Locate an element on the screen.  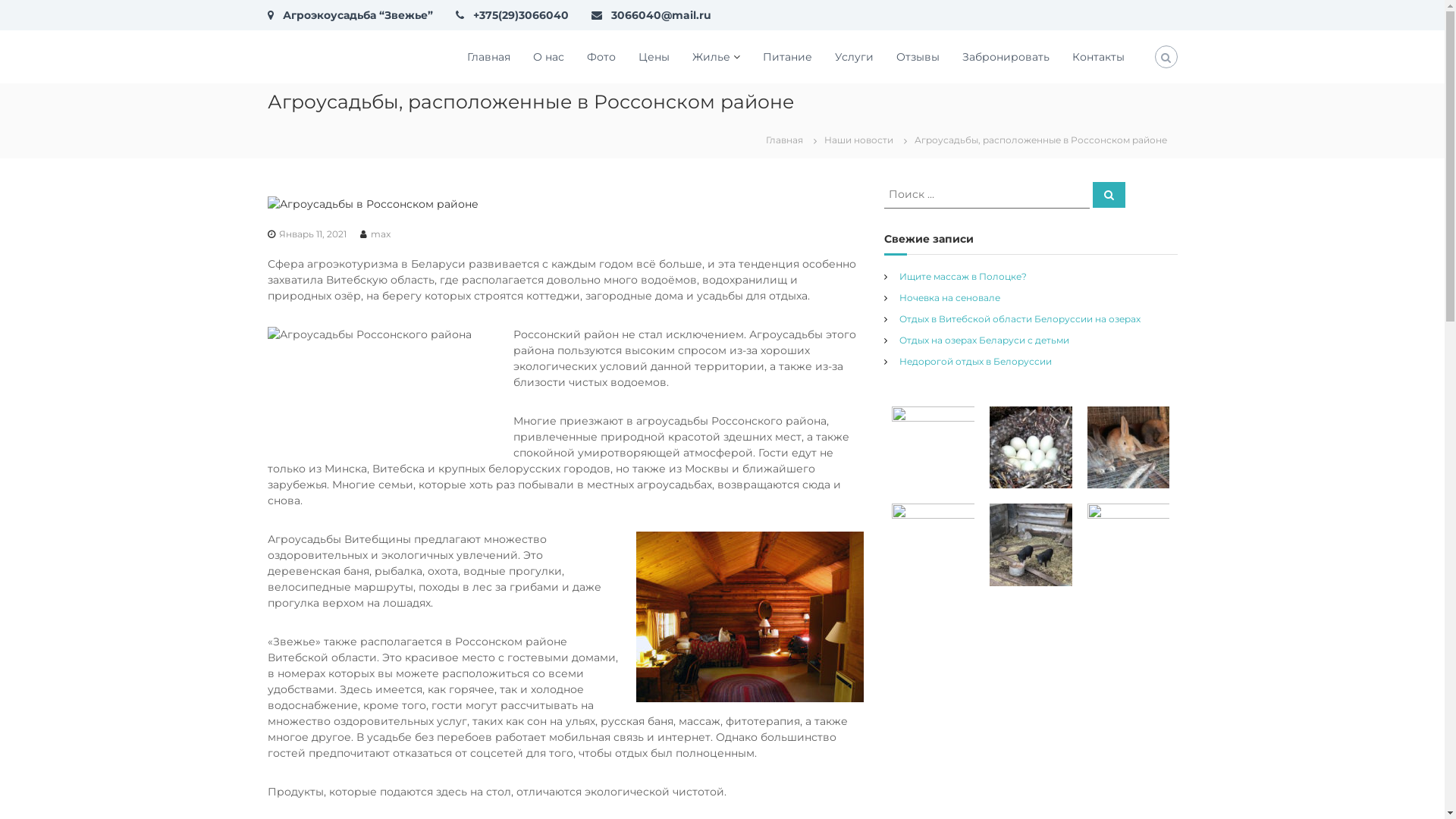
'max' is located at coordinates (379, 234).